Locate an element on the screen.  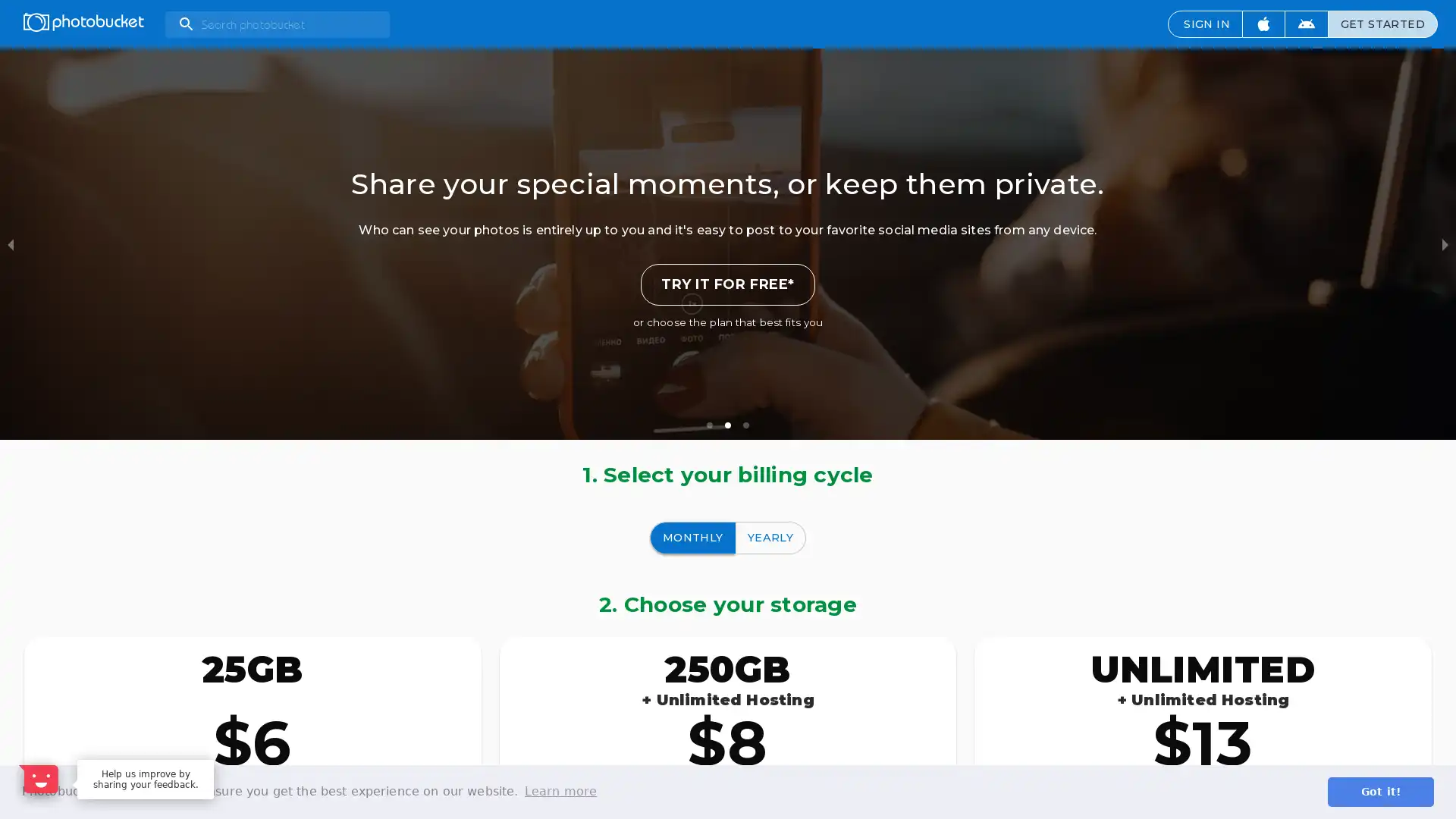
Open is located at coordinates (39, 778).